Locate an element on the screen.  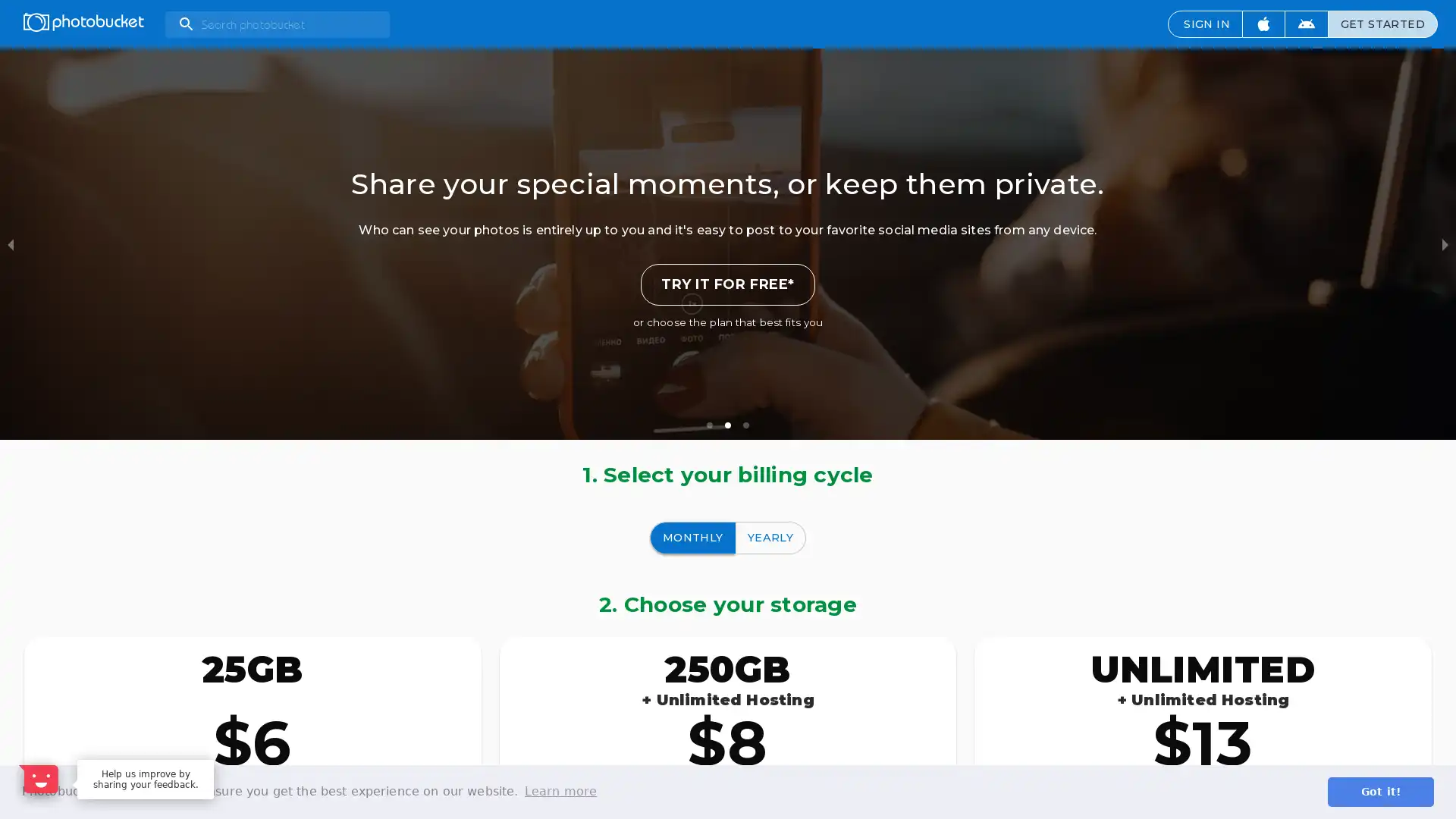
Open is located at coordinates (39, 778).